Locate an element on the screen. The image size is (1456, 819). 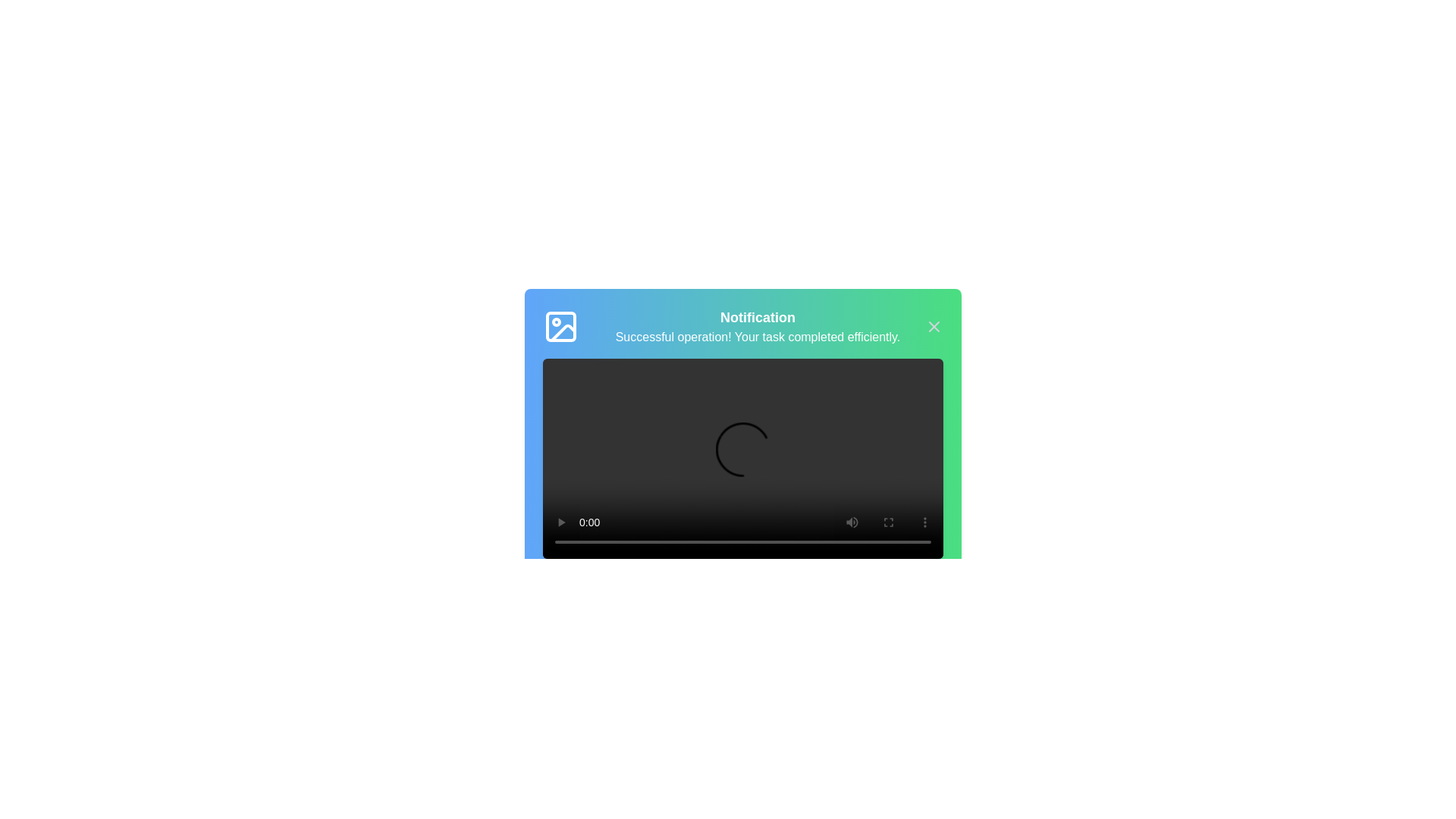
the close button located in the top-right corner of the alert is located at coordinates (933, 326).